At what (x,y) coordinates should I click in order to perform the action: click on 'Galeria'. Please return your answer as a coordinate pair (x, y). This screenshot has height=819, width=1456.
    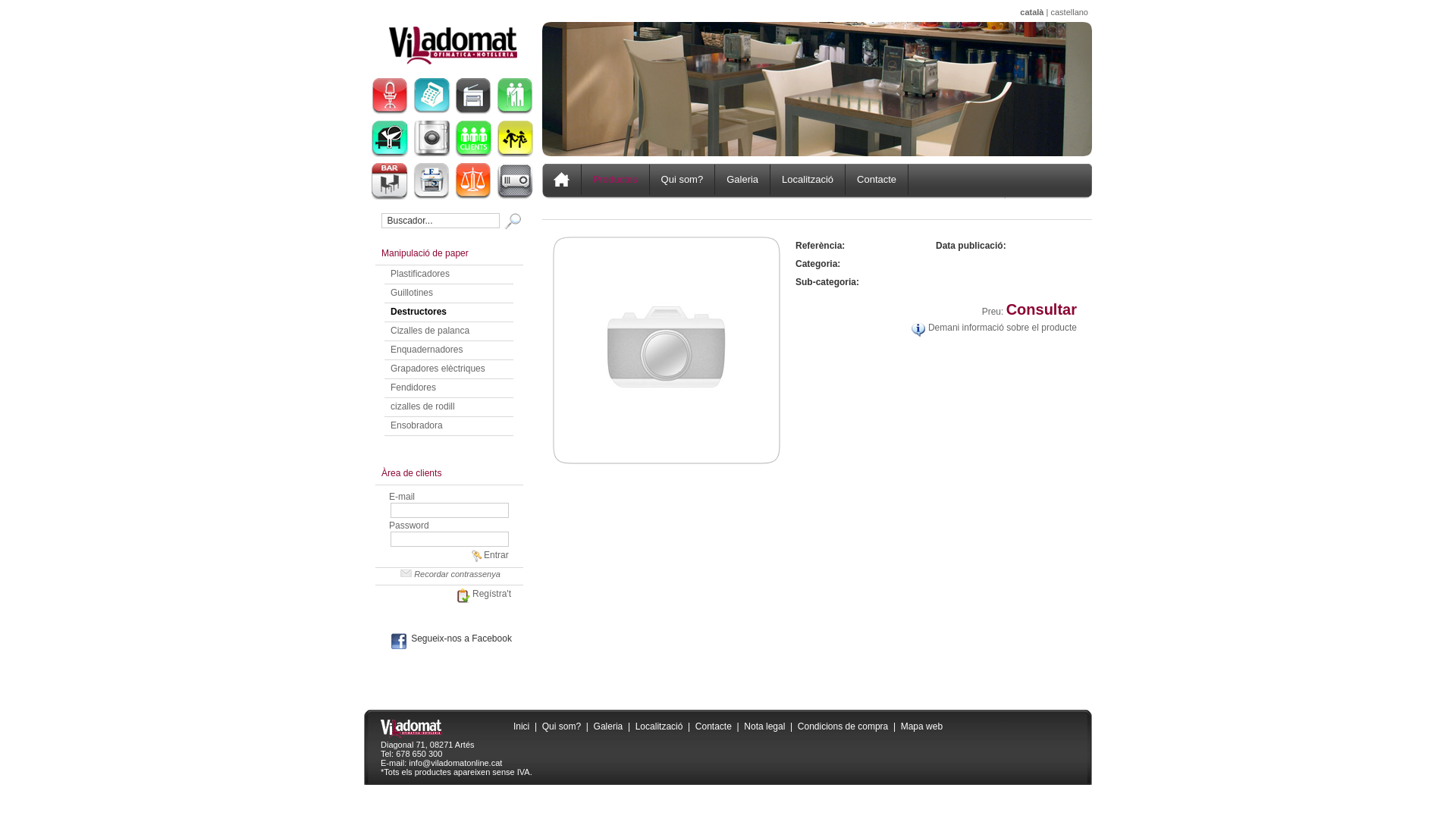
    Looking at the image, I should click on (742, 178).